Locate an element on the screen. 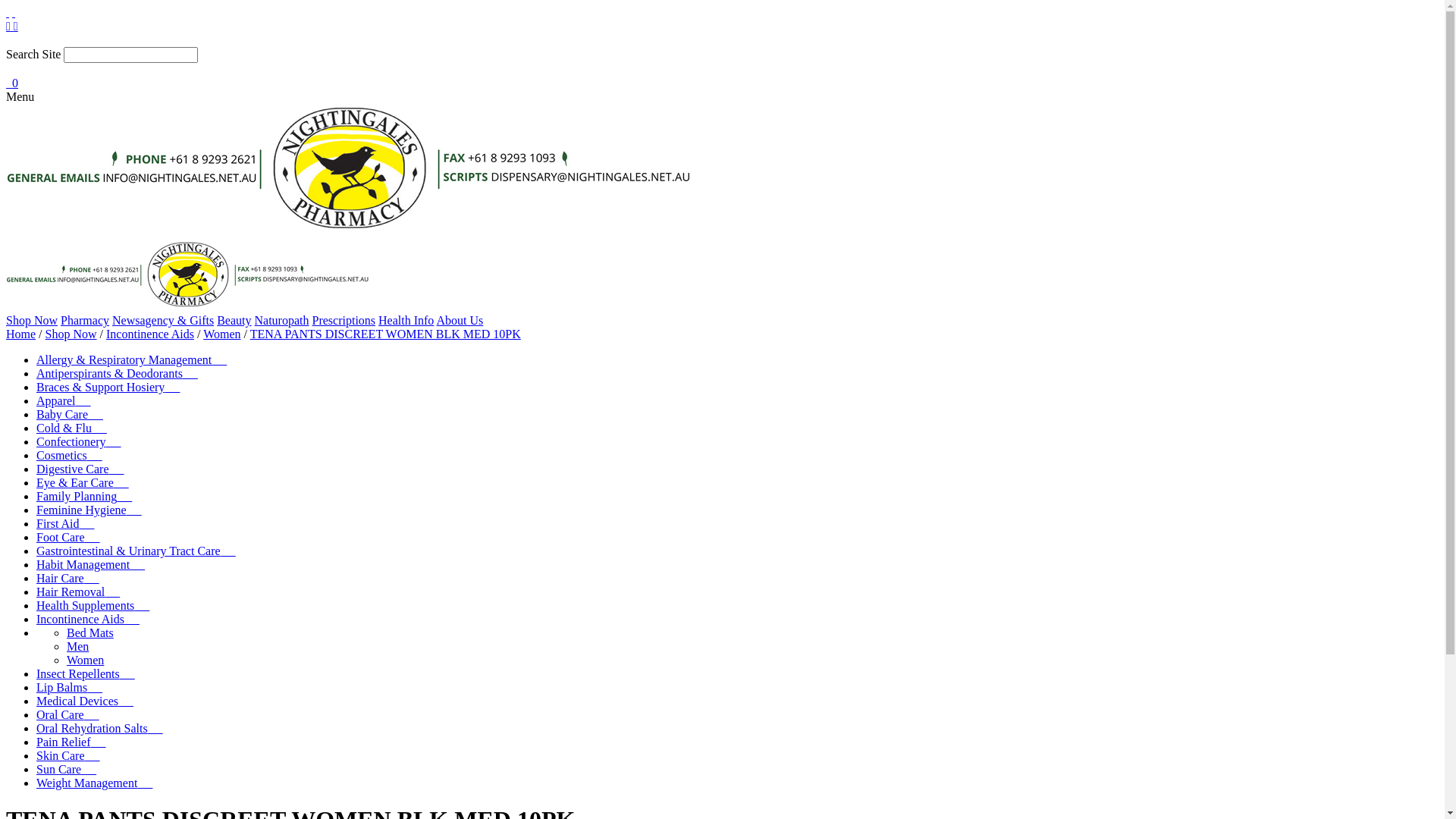 The width and height of the screenshot is (1456, 819). 'Beauty' is located at coordinates (233, 319).